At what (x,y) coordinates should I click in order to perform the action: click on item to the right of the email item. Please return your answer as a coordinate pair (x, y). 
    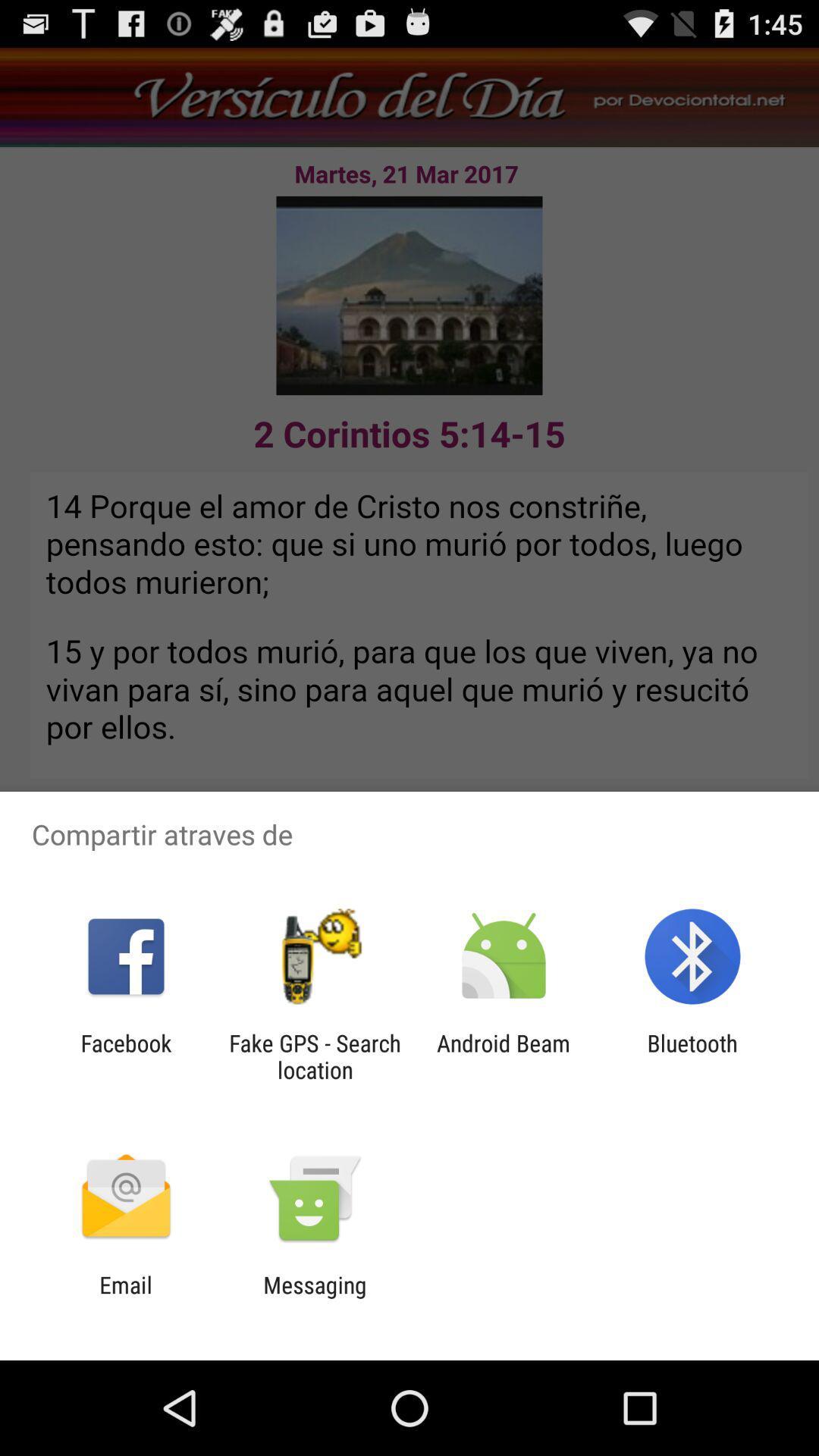
    Looking at the image, I should click on (314, 1298).